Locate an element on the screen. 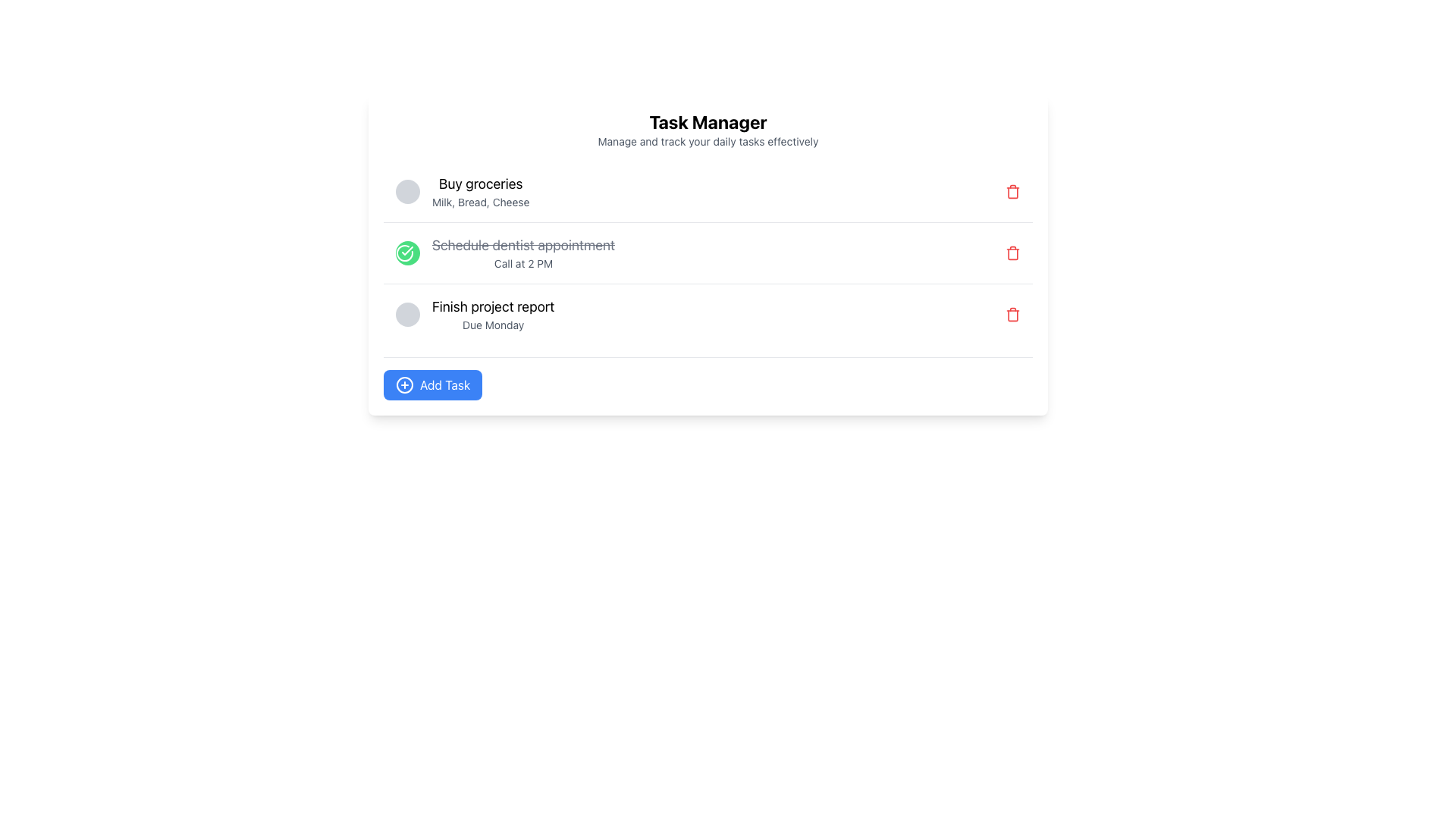 The width and height of the screenshot is (1456, 819). the third task list item displaying 'Finish project report' with the due date 'Due Monday' and a circular gray placeholder image is located at coordinates (474, 314).